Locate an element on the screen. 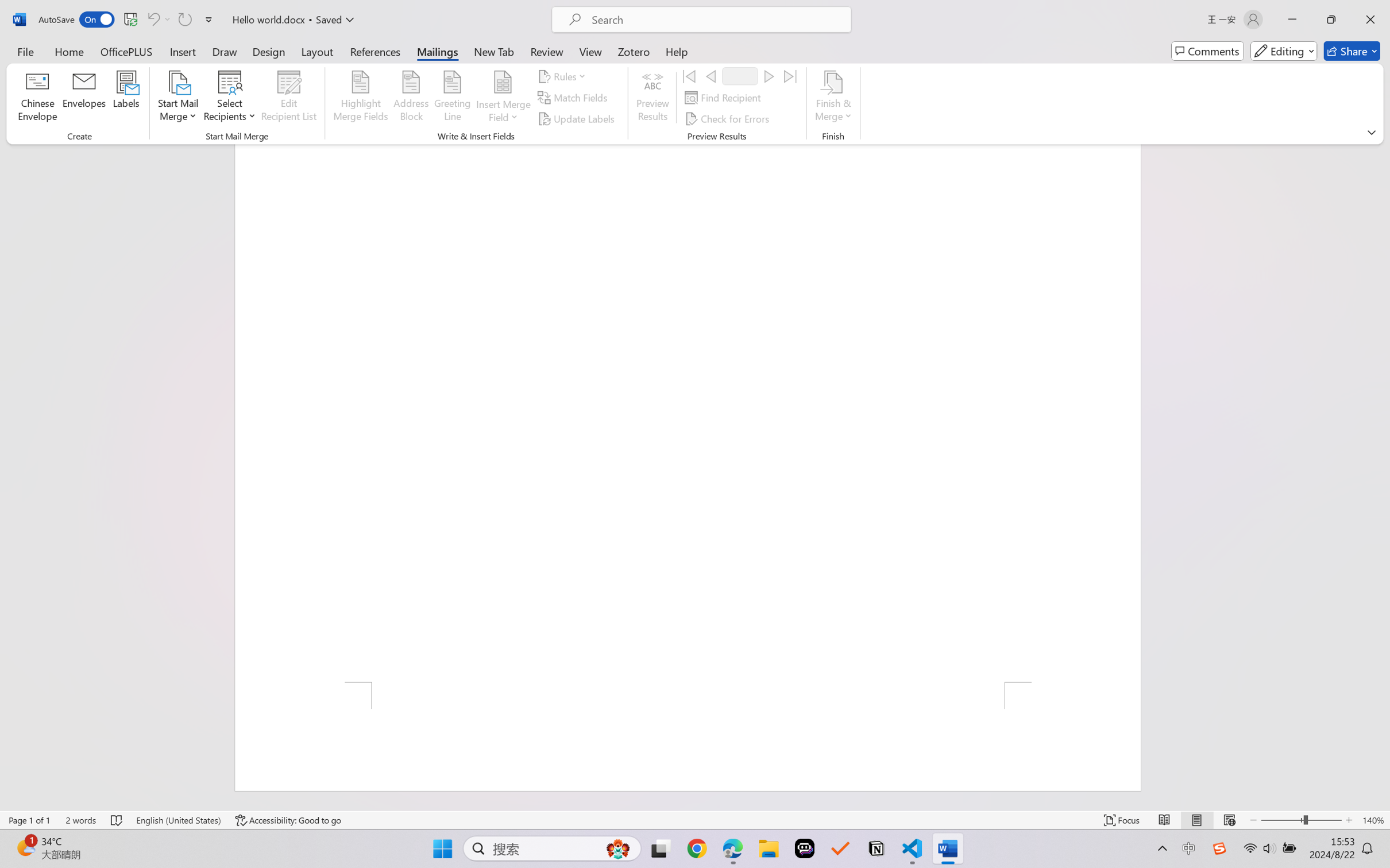  'Help' is located at coordinates (676, 51).